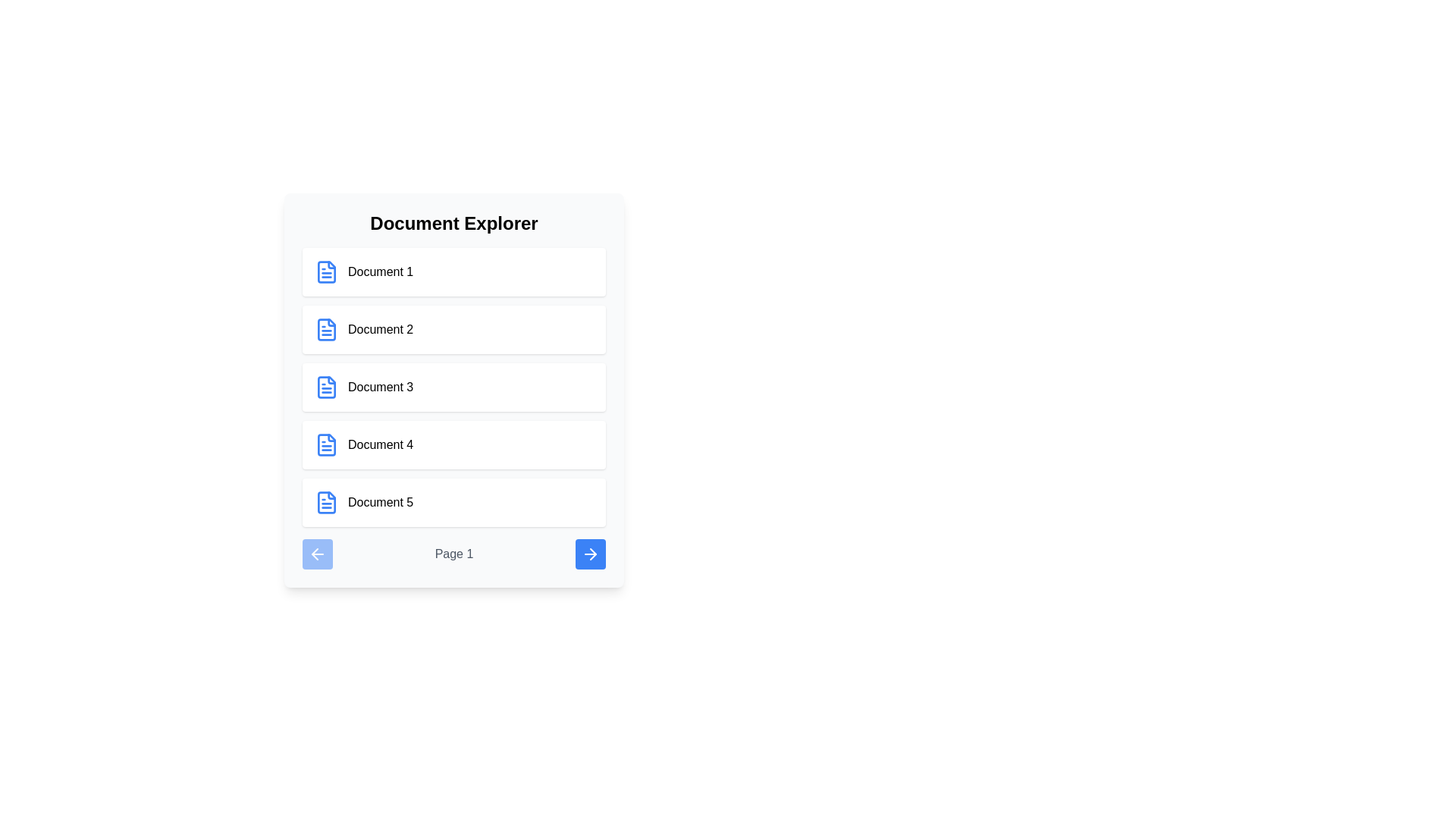  Describe the element at coordinates (326, 271) in the screenshot. I see `the icon for the first document item in the 'Document Explorer' list, which is visually positioned to the left of the text 'Document 1'` at that location.